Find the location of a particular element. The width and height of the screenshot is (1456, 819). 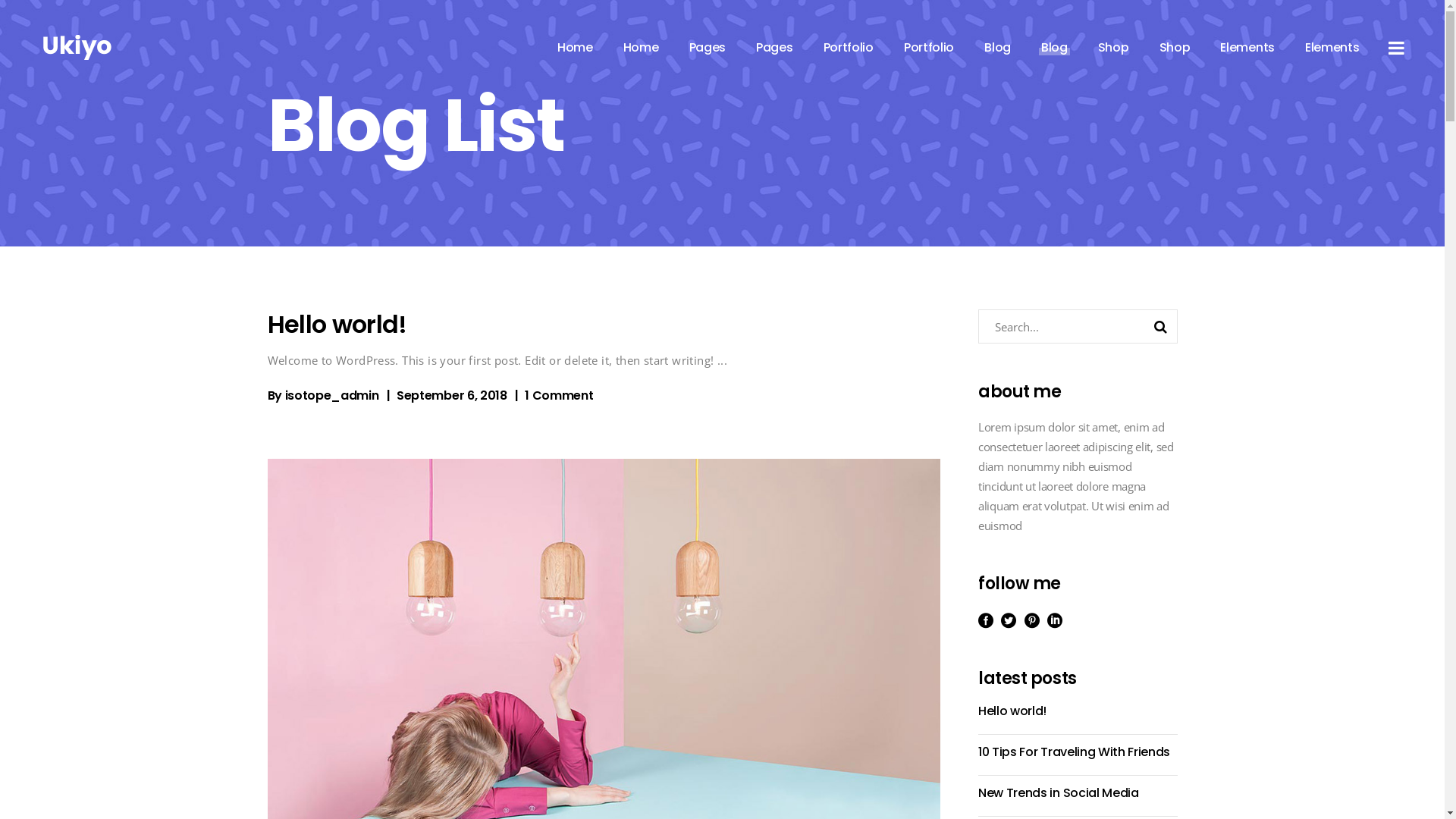

'Portfolio' is located at coordinates (927, 46).